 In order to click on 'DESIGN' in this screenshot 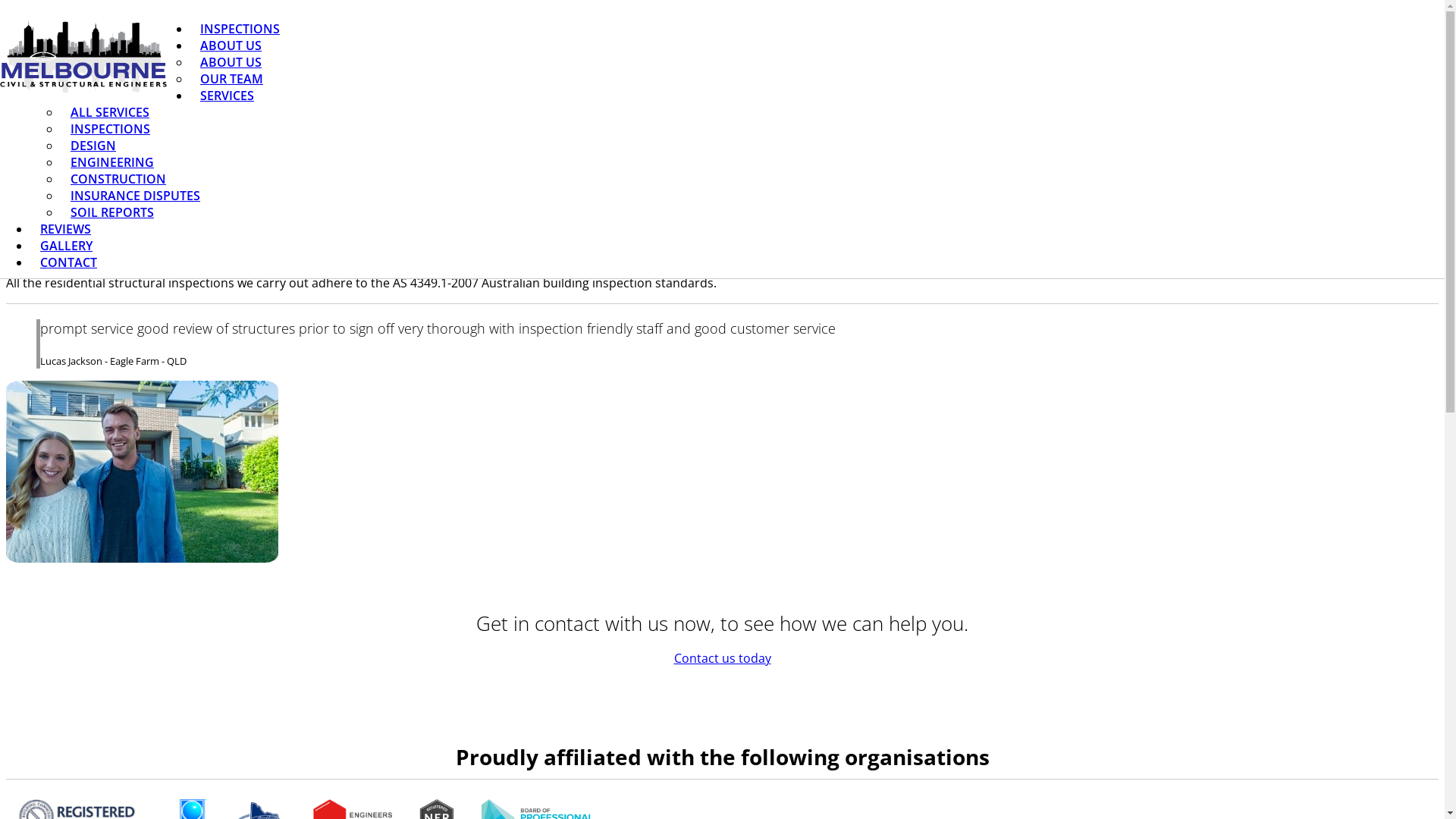, I will do `click(93, 146)`.